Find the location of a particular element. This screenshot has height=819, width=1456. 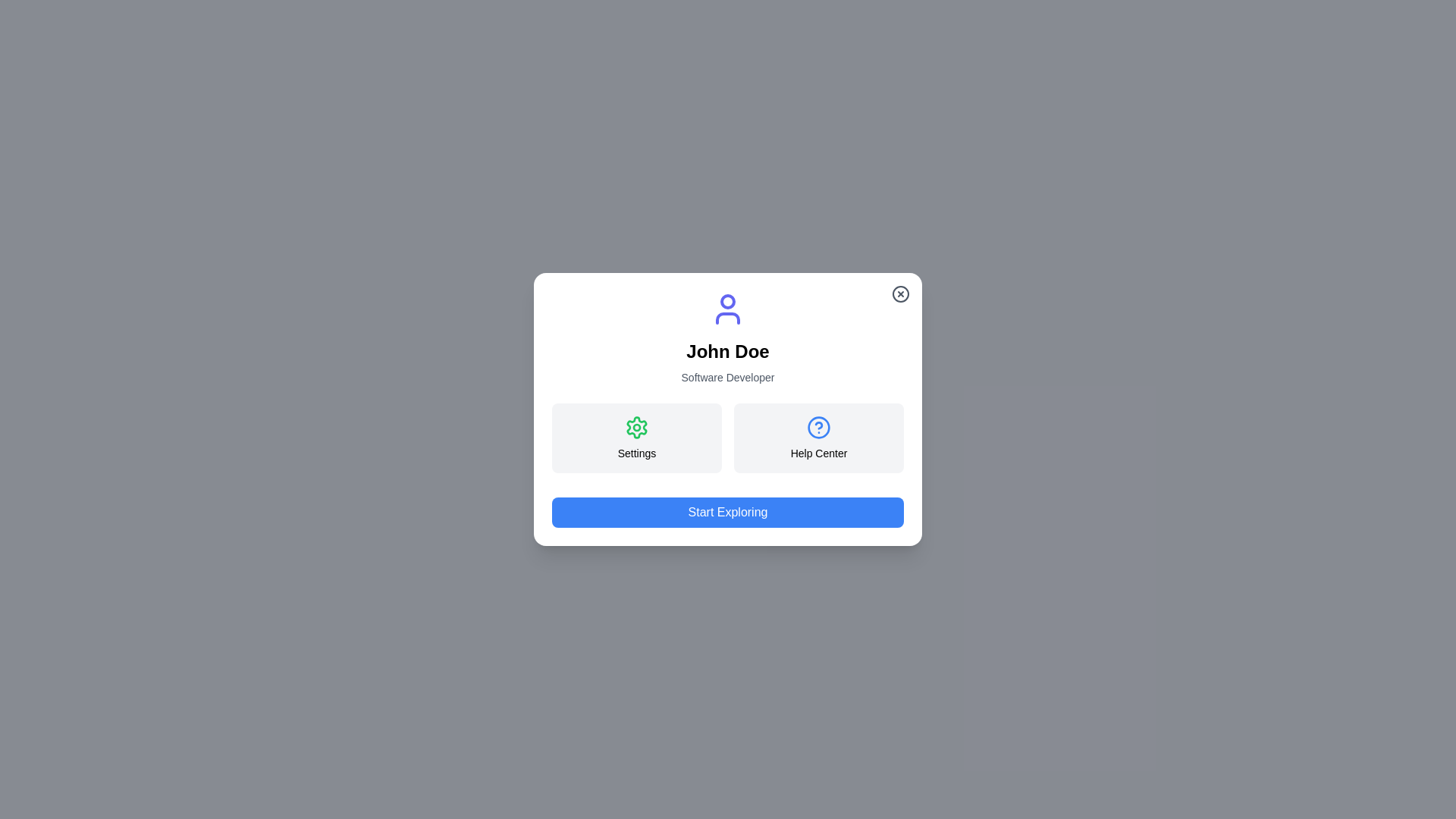

the close button located at the top-right corner of the user profile card is located at coordinates (901, 294).